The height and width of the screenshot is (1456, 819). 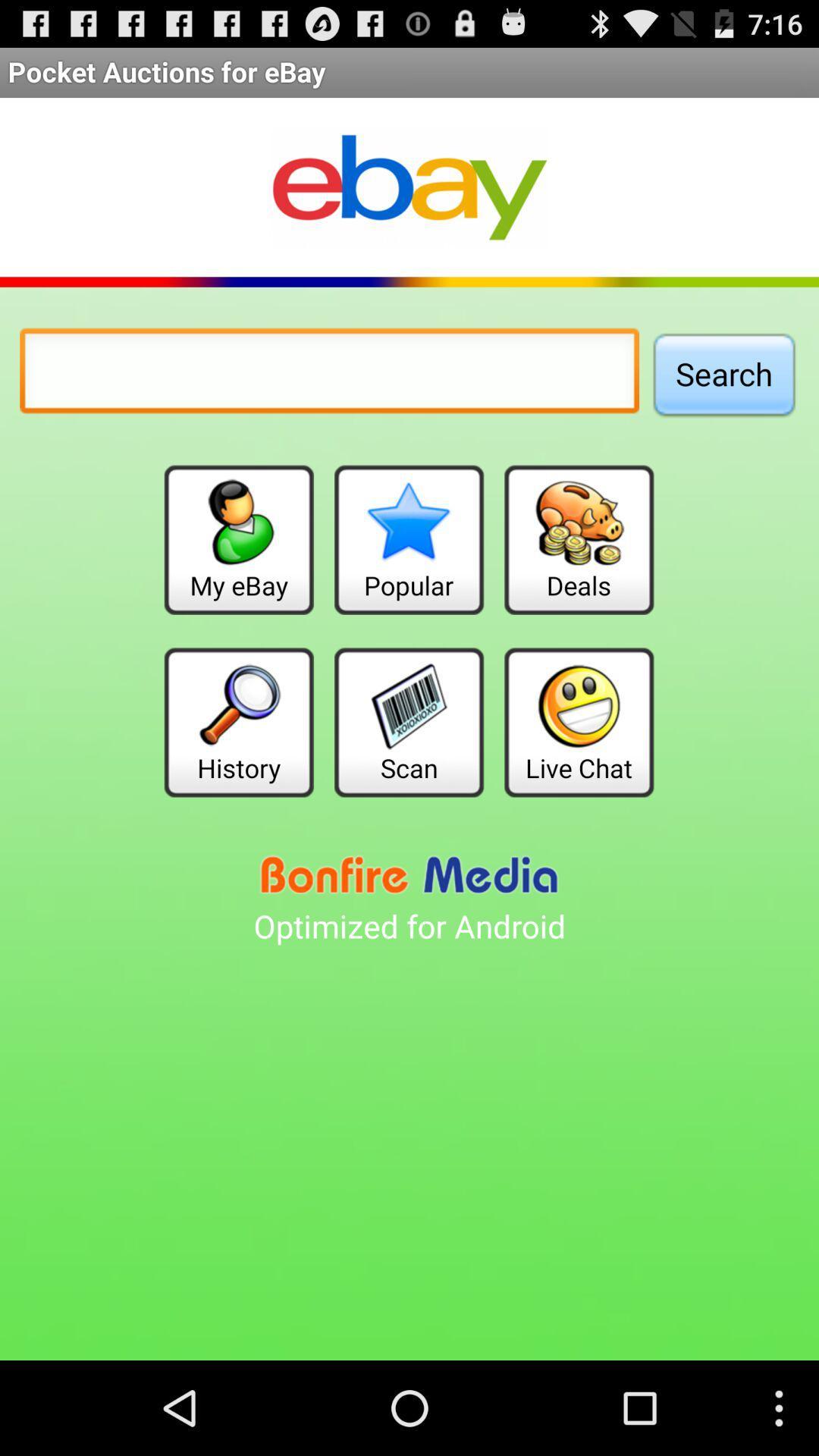 I want to click on my ebay item, so click(x=239, y=540).